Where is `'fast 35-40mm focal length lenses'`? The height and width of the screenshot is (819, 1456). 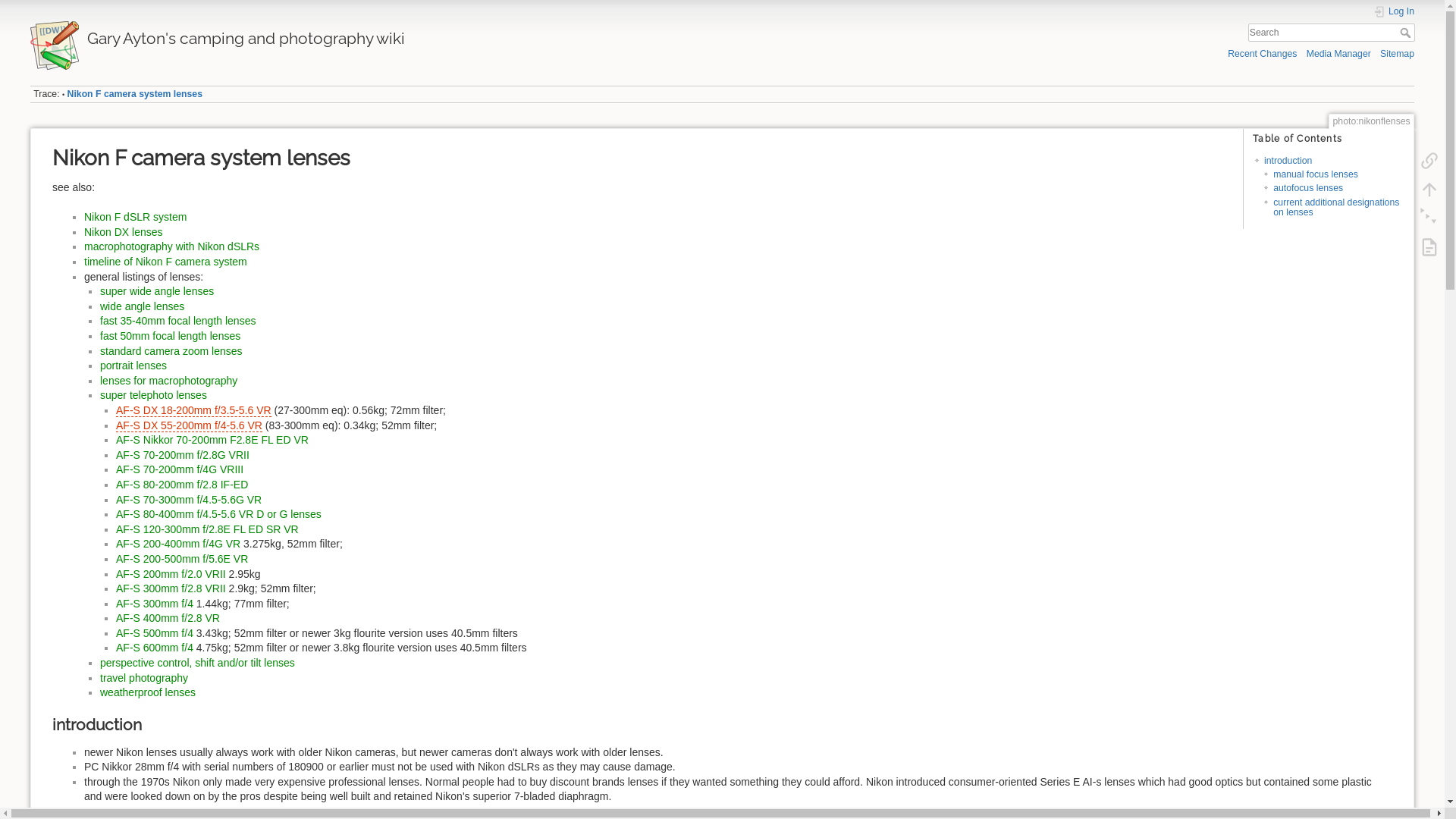 'fast 35-40mm focal length lenses' is located at coordinates (177, 320).